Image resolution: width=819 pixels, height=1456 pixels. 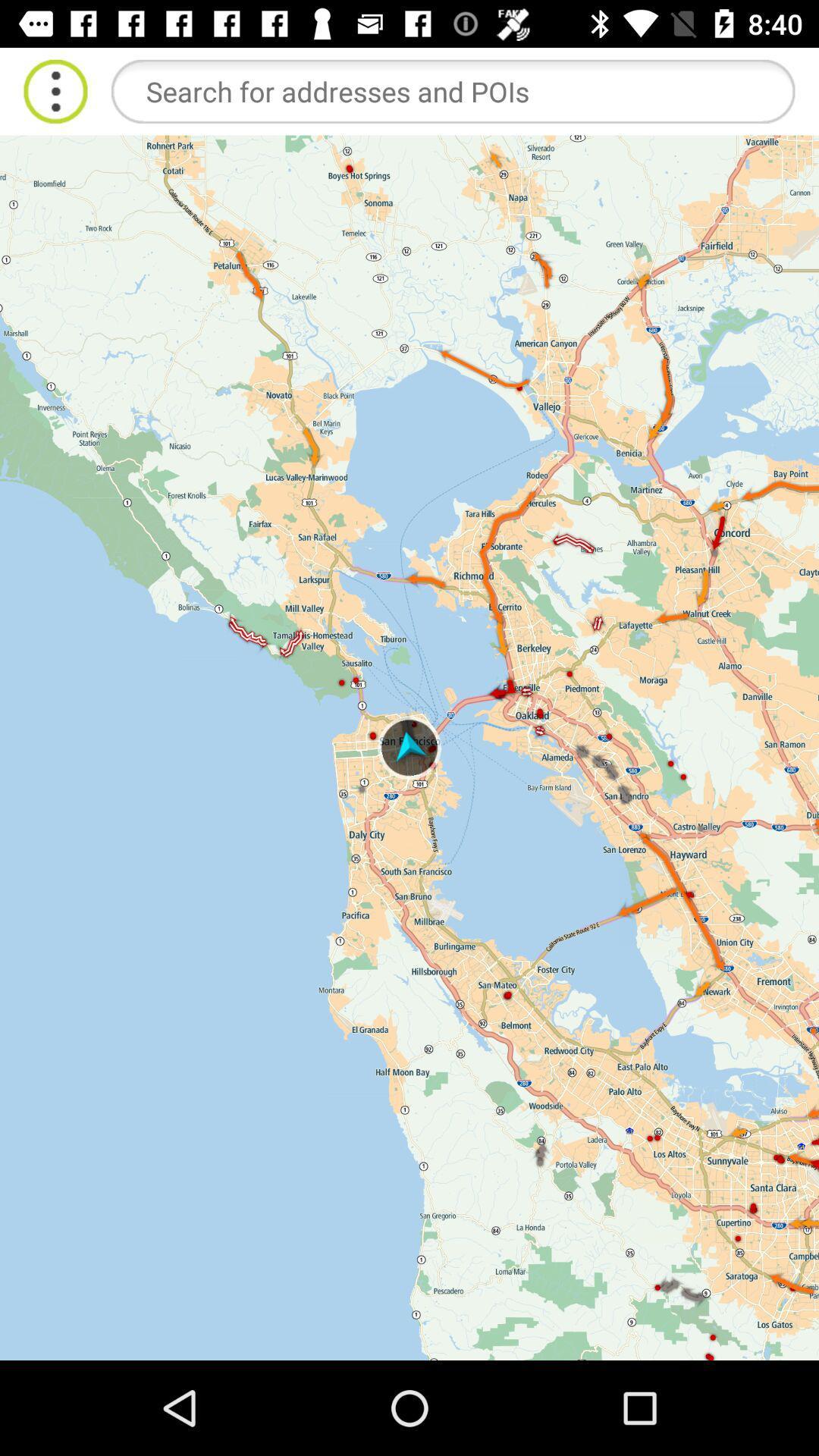 I want to click on menu, so click(x=55, y=90).